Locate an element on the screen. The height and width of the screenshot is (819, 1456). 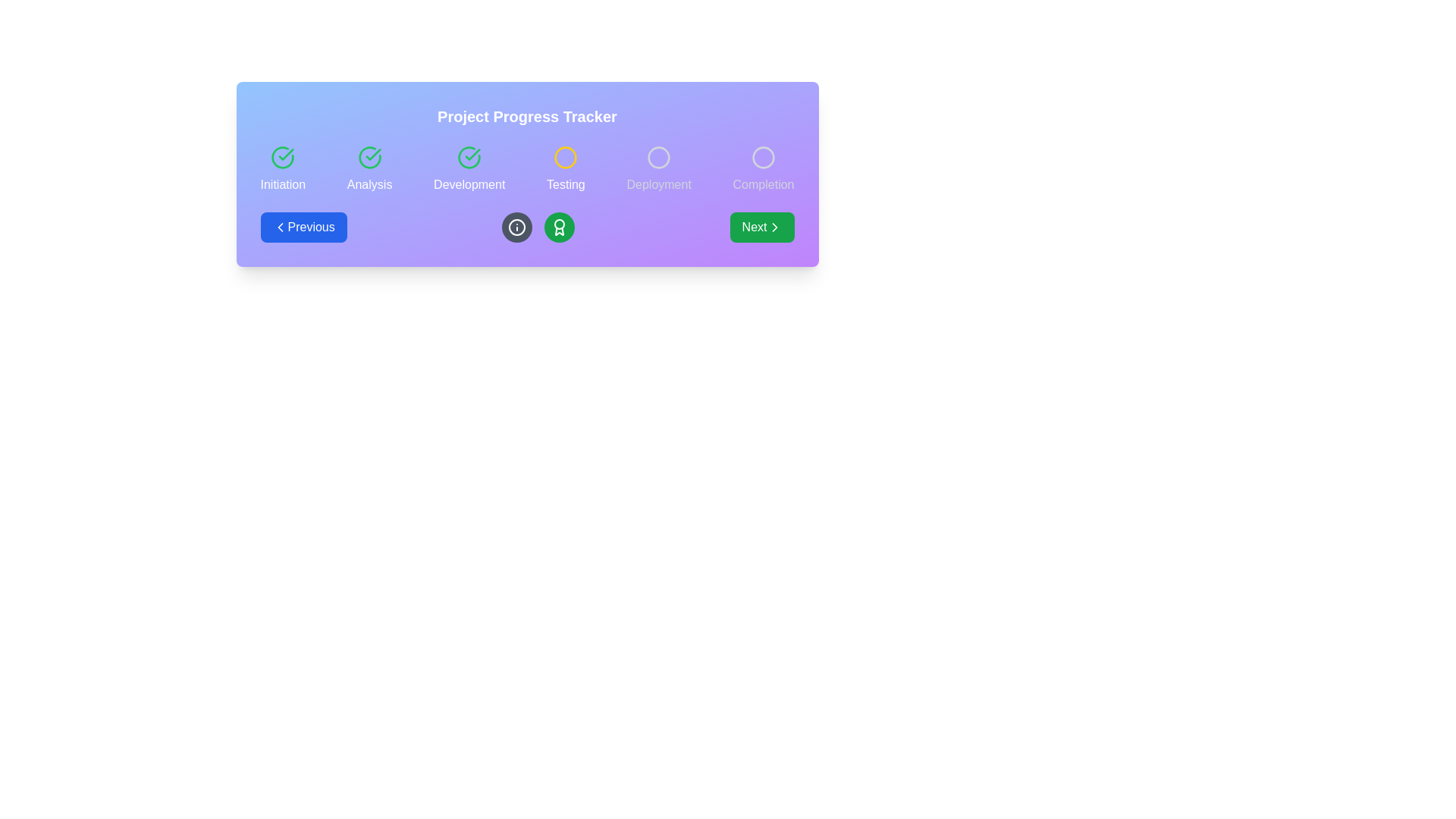
the 'Development' phase completion icon in the project progress tracker to visually indicate its completion status is located at coordinates (469, 158).